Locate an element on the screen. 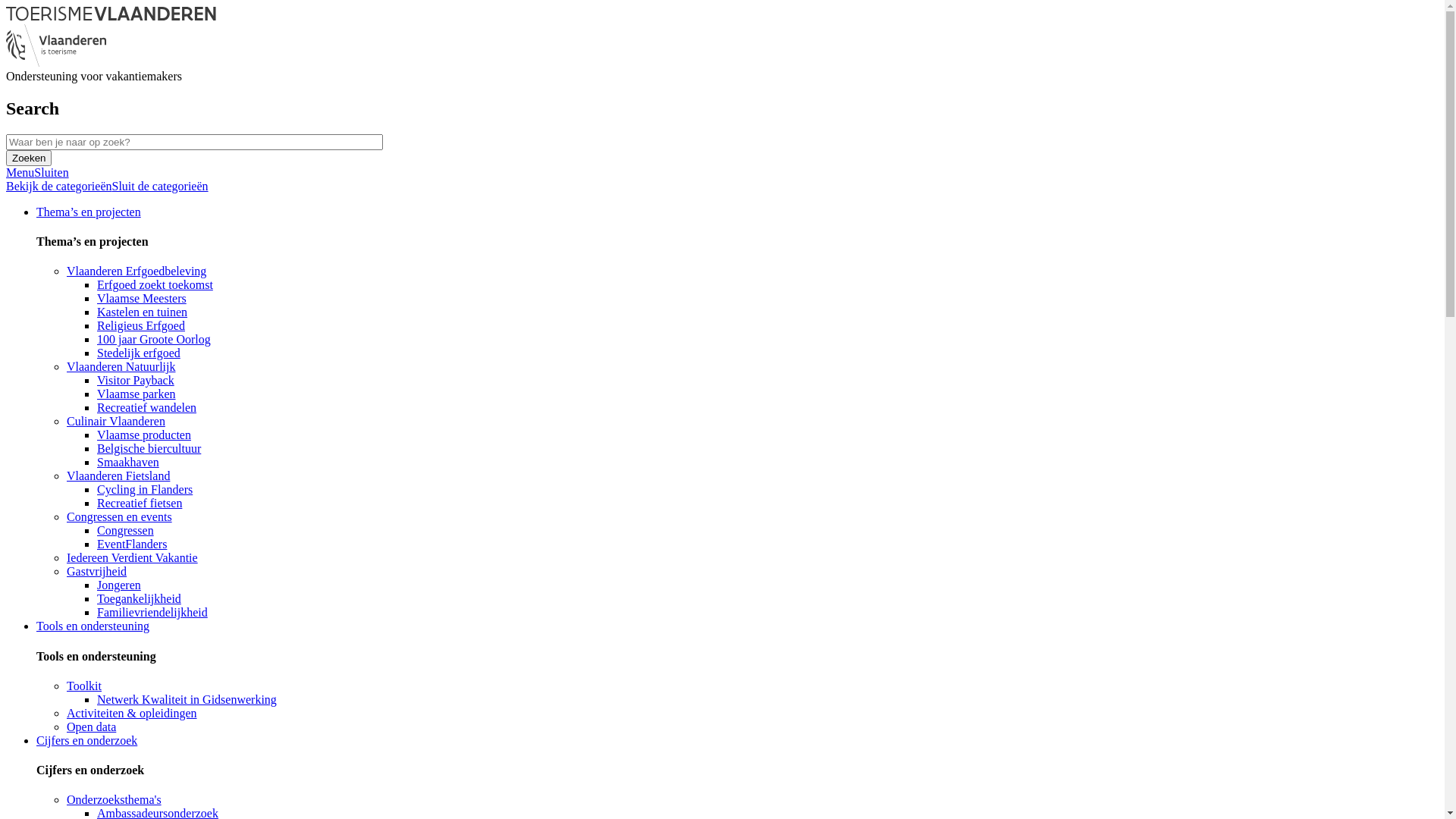 This screenshot has height=819, width=1456. 'Iedereen Verdient Vakantie' is located at coordinates (132, 557).